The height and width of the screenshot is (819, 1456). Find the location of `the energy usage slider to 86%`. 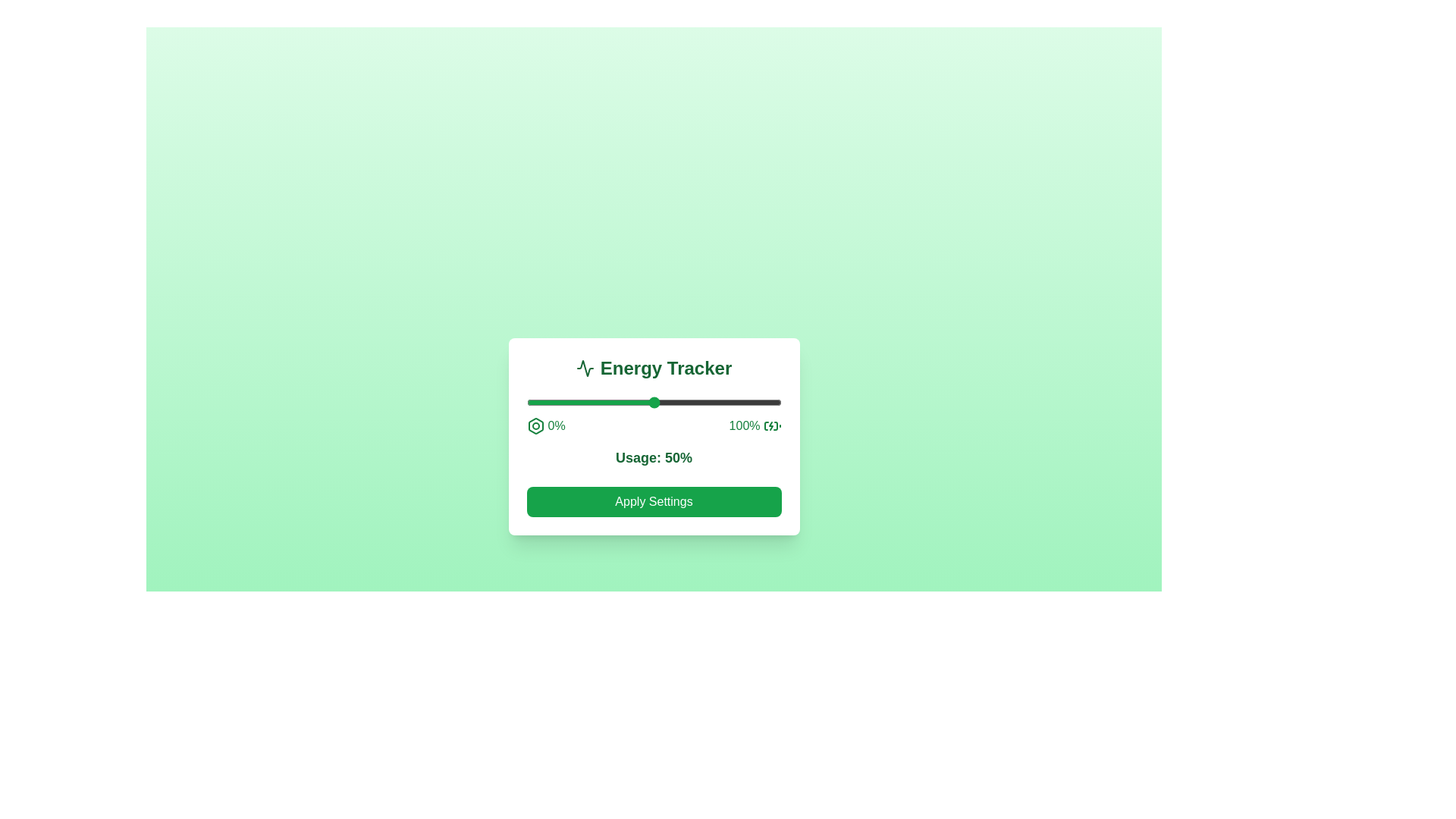

the energy usage slider to 86% is located at coordinates (745, 402).